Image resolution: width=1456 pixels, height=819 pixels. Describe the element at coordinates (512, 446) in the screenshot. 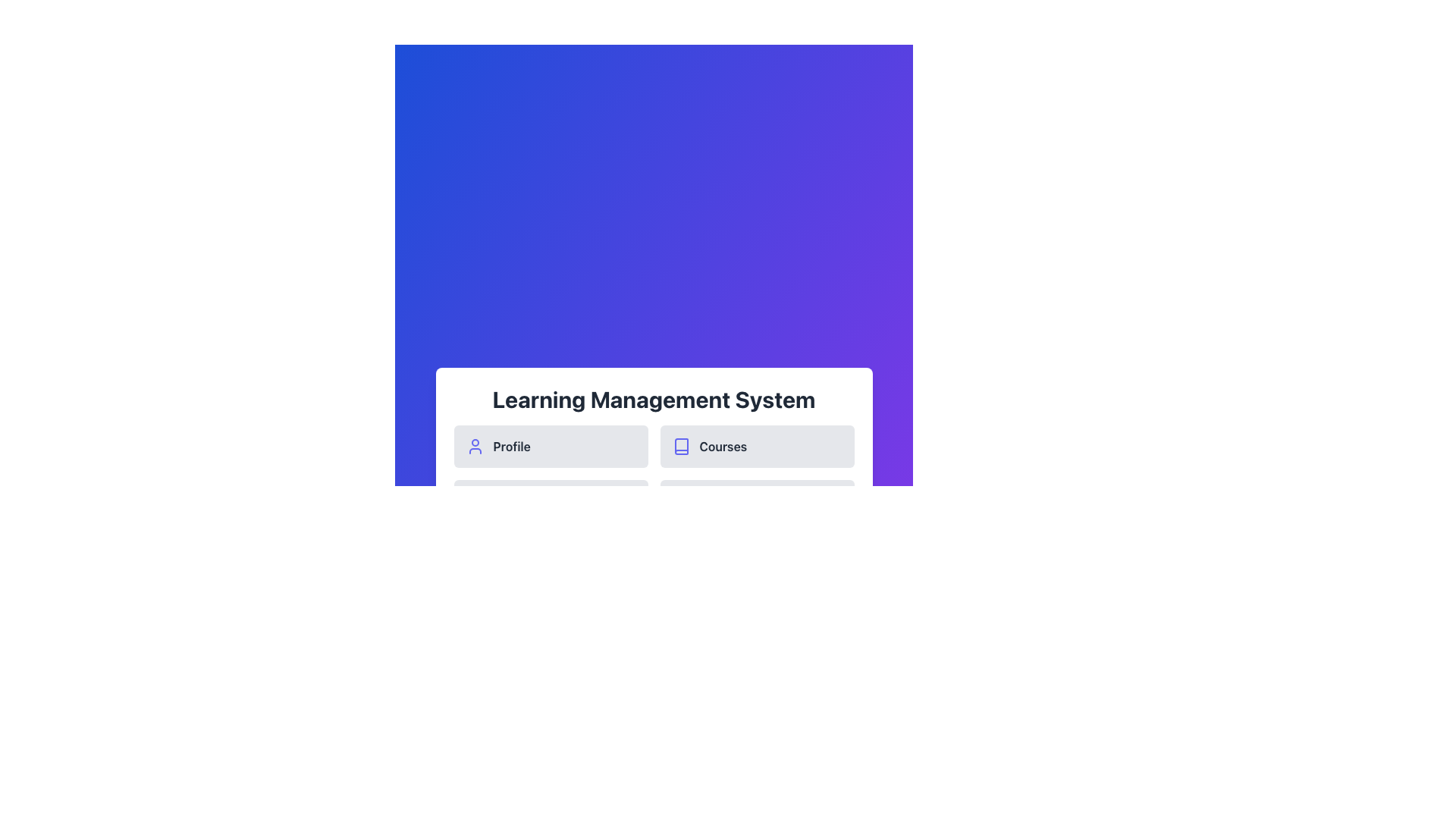

I see `text label displaying 'Profile' in bold dark gray color, located to the right of a user profile icon in an indigo color` at that location.